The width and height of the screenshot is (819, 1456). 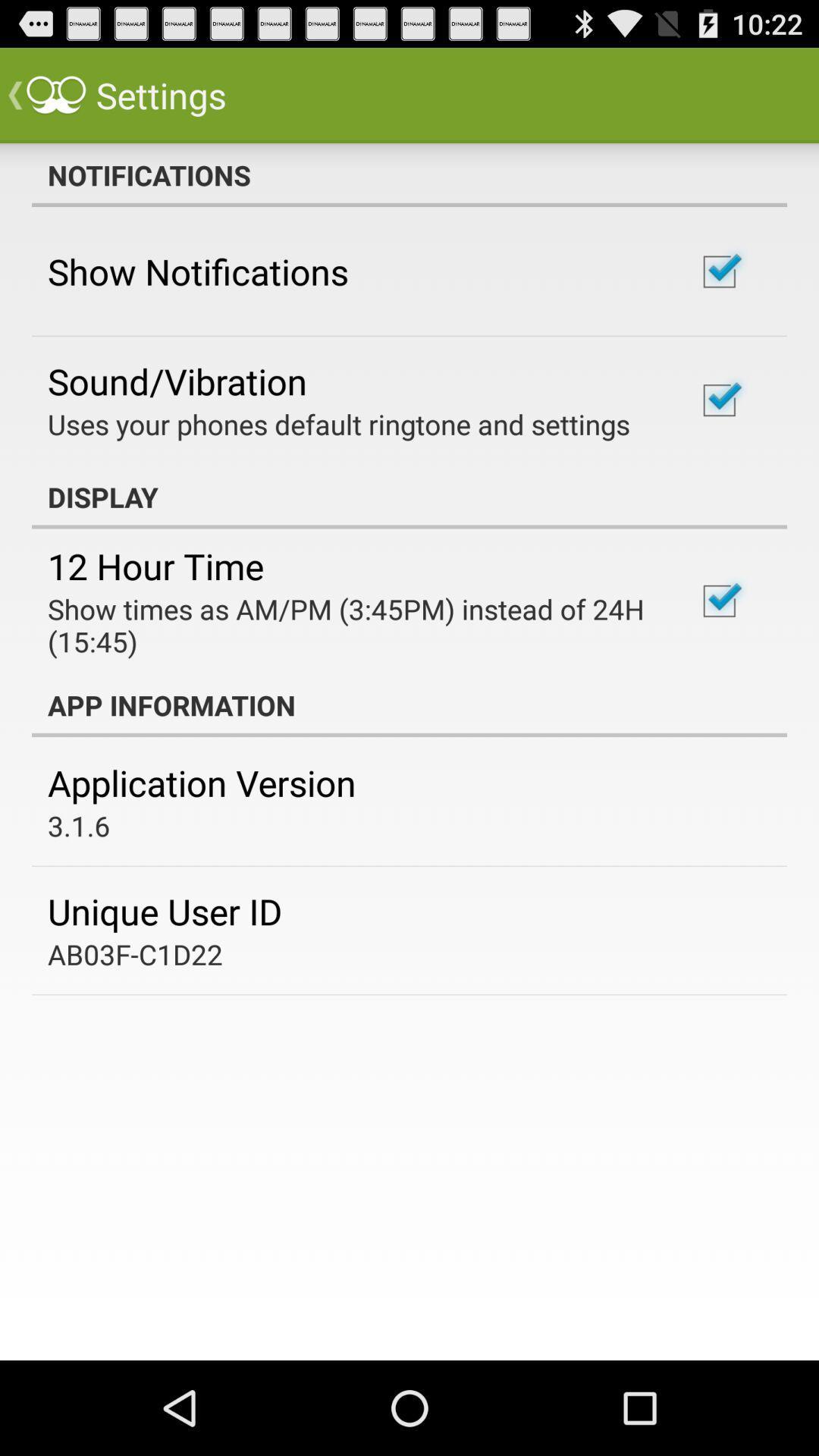 I want to click on the item below 3.1.6, so click(x=165, y=910).